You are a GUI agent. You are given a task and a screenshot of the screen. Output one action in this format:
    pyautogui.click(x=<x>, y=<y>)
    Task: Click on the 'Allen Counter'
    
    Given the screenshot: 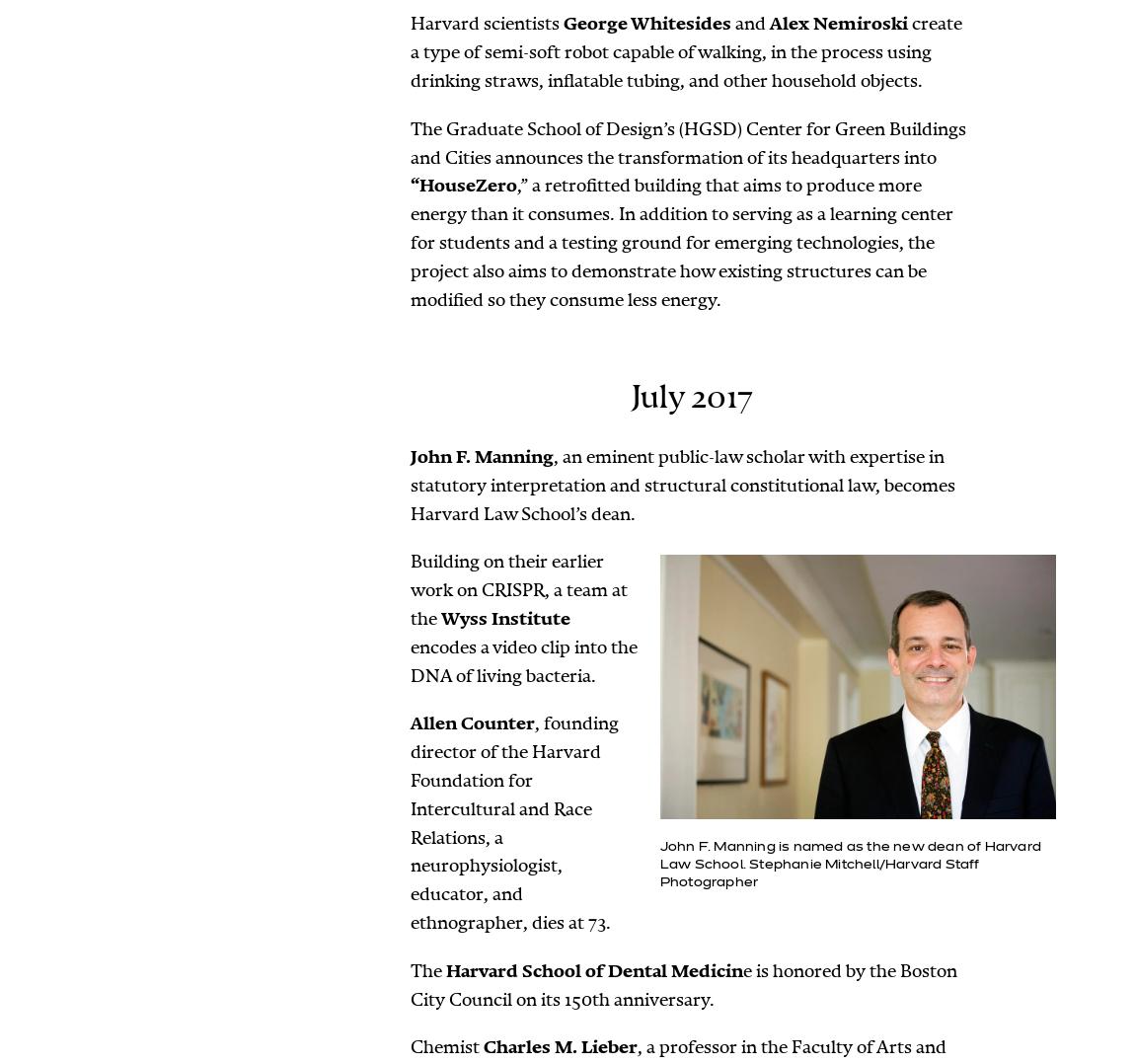 What is the action you would take?
    pyautogui.click(x=410, y=723)
    